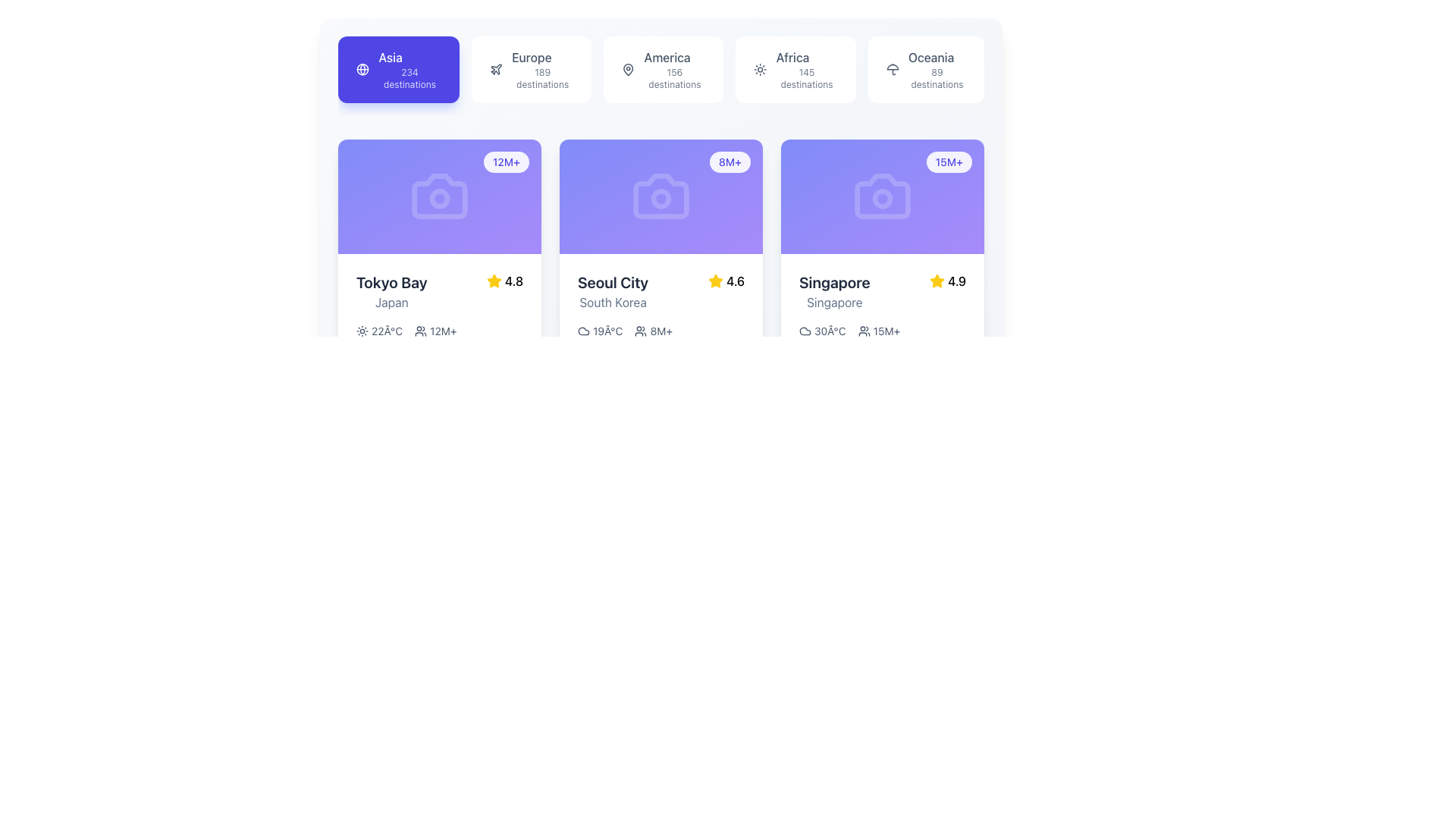 This screenshot has height=819, width=1456. Describe the element at coordinates (496, 69) in the screenshot. I see `the travel icon representing the Europe region, located at the top section of the interface next to the text 'Europe'` at that location.